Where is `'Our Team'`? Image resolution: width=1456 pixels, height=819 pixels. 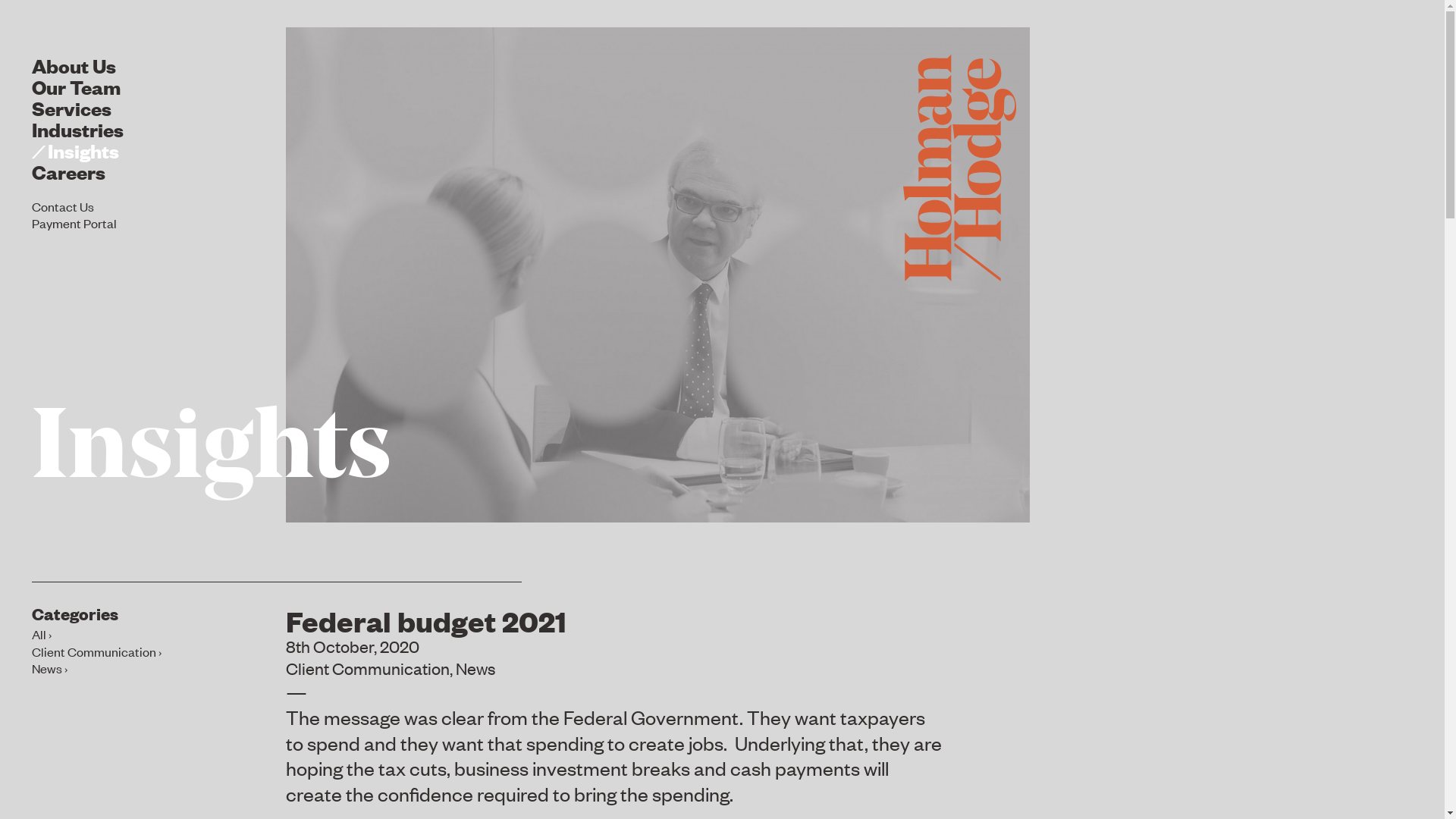 'Our Team' is located at coordinates (75, 86).